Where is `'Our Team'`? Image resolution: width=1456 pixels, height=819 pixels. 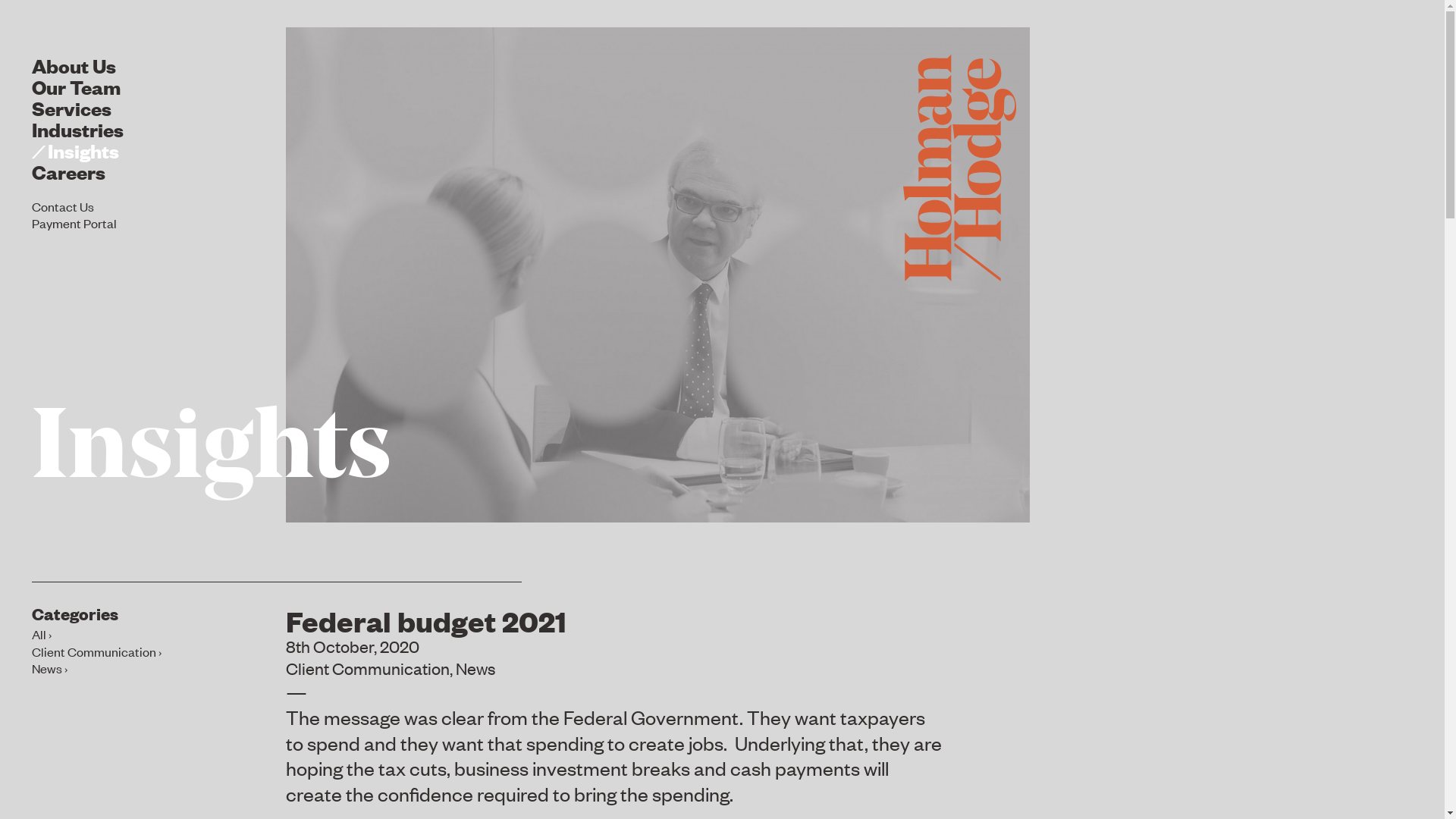 'Our Team' is located at coordinates (75, 86).